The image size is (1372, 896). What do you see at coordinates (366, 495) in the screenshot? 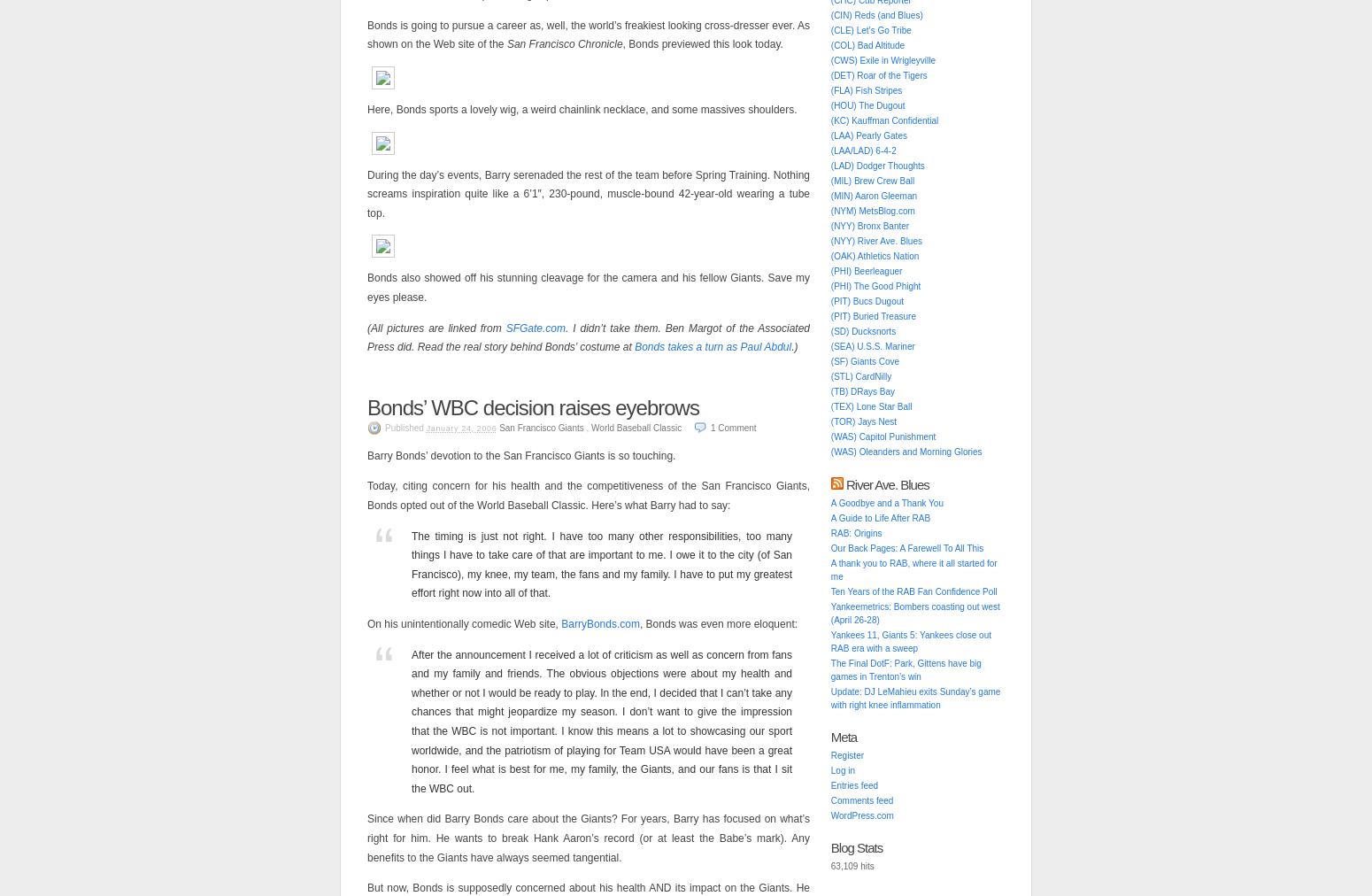
I see `'Today, citing concern for his health and the competitiveness of the San Francisco Giants, Bonds opted out of the World Baseball Classic. Here’s what Barry had to say:'` at bounding box center [366, 495].